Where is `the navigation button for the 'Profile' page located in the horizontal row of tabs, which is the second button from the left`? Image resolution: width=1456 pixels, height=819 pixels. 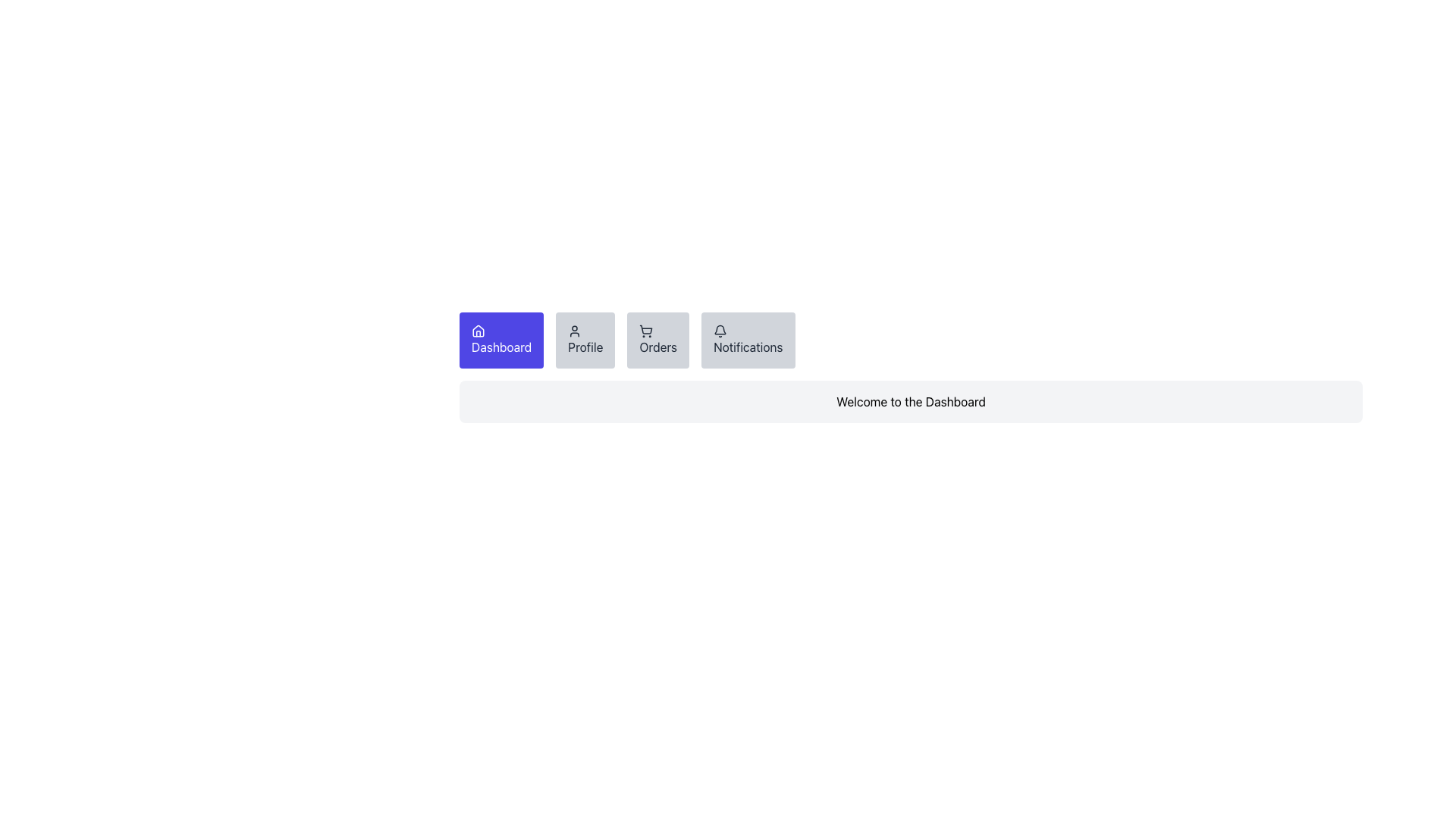 the navigation button for the 'Profile' page located in the horizontal row of tabs, which is the second button from the left is located at coordinates (585, 339).